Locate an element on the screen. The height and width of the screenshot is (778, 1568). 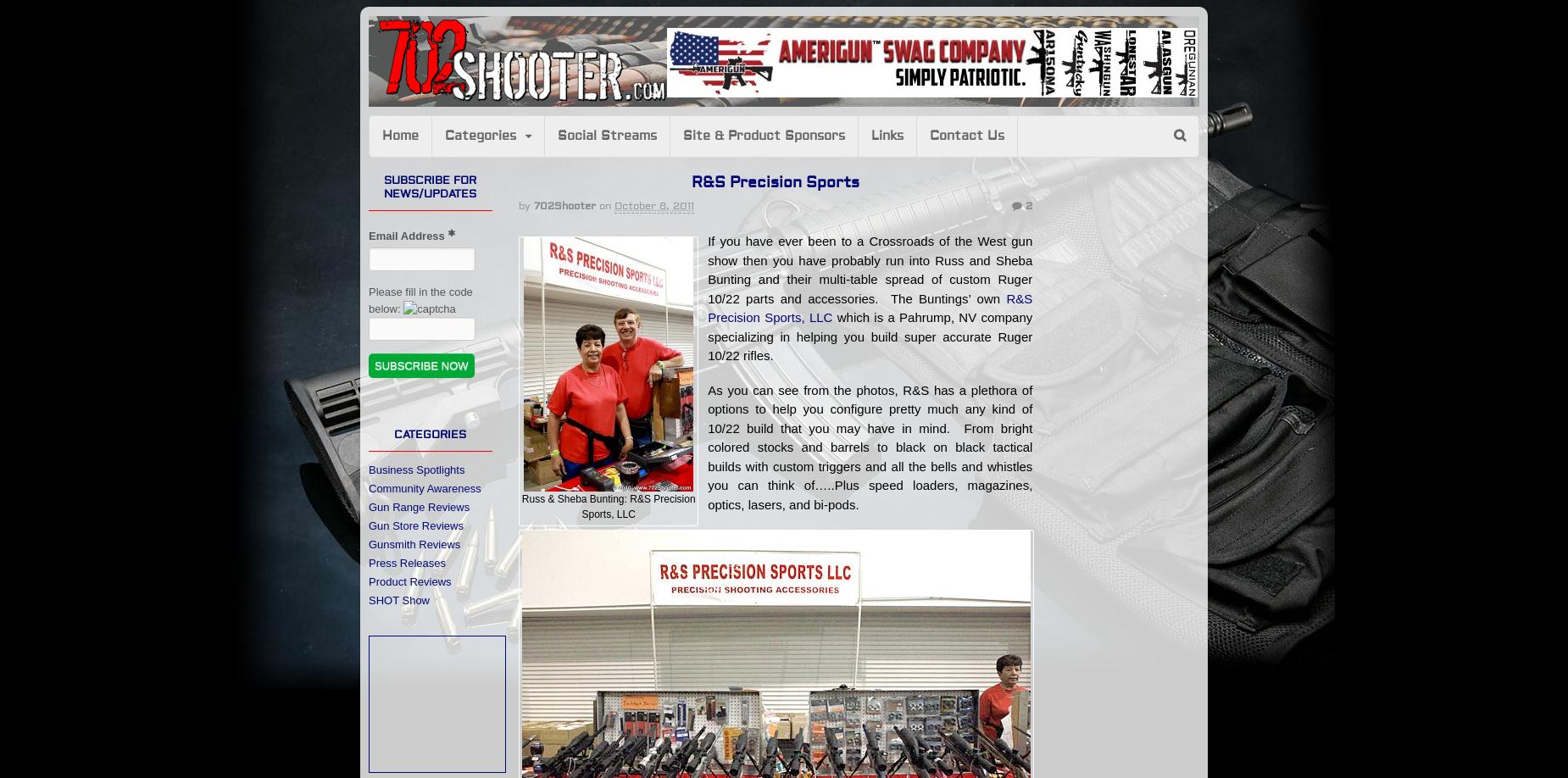
'Press Releases' is located at coordinates (407, 562).